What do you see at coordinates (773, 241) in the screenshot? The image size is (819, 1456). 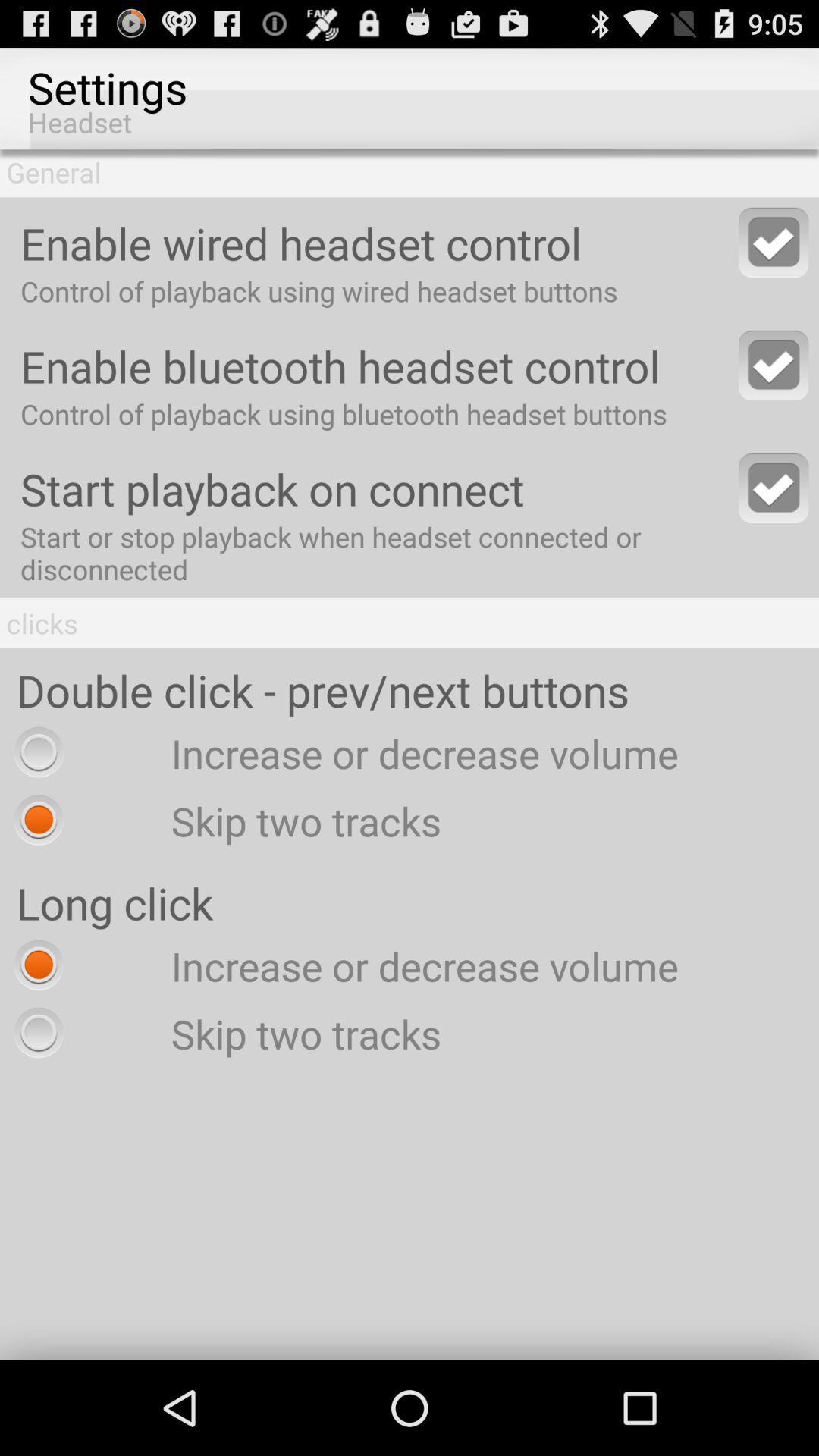 I see `setting` at bounding box center [773, 241].